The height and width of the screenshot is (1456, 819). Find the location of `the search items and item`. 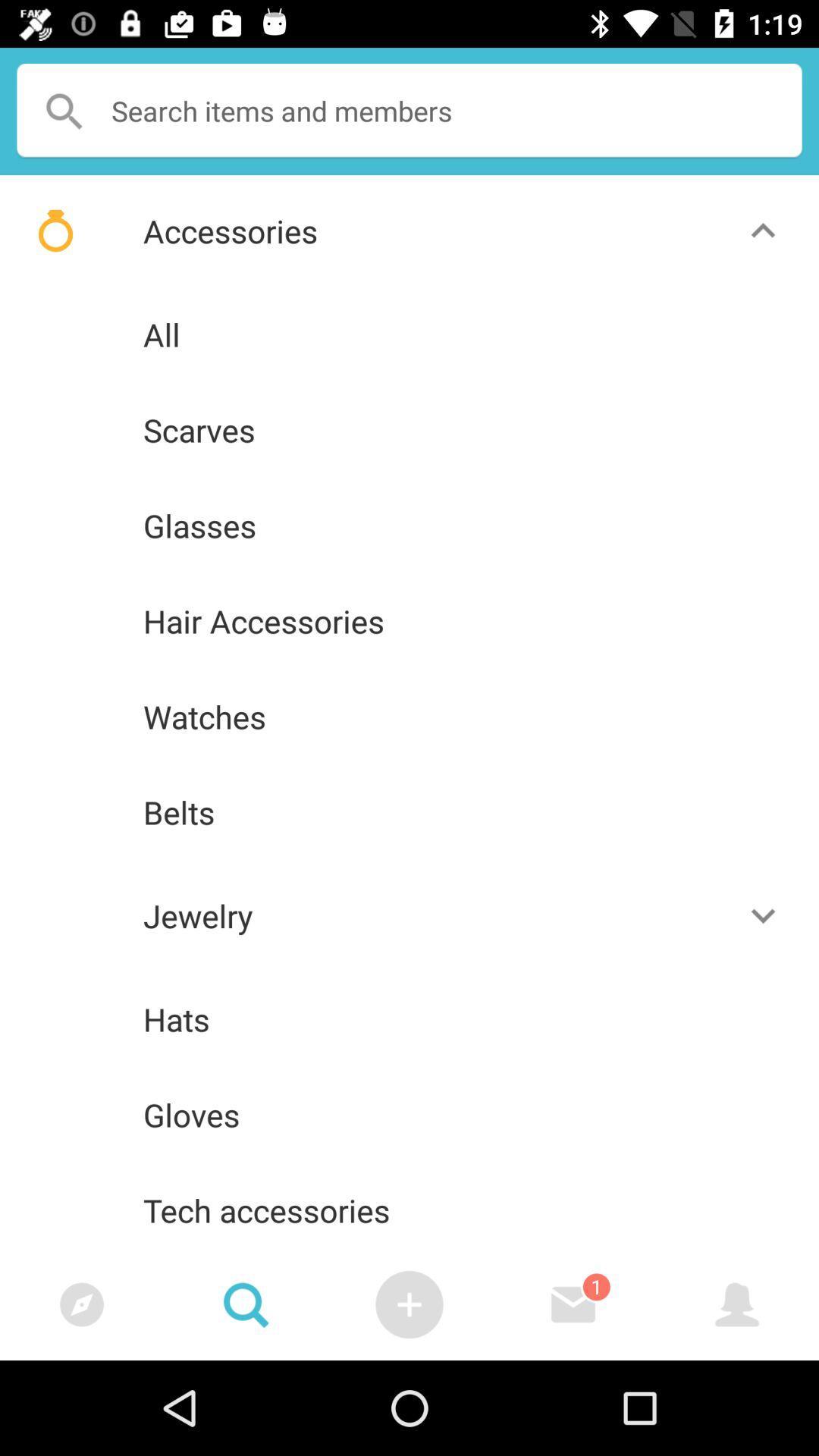

the search items and item is located at coordinates (409, 111).